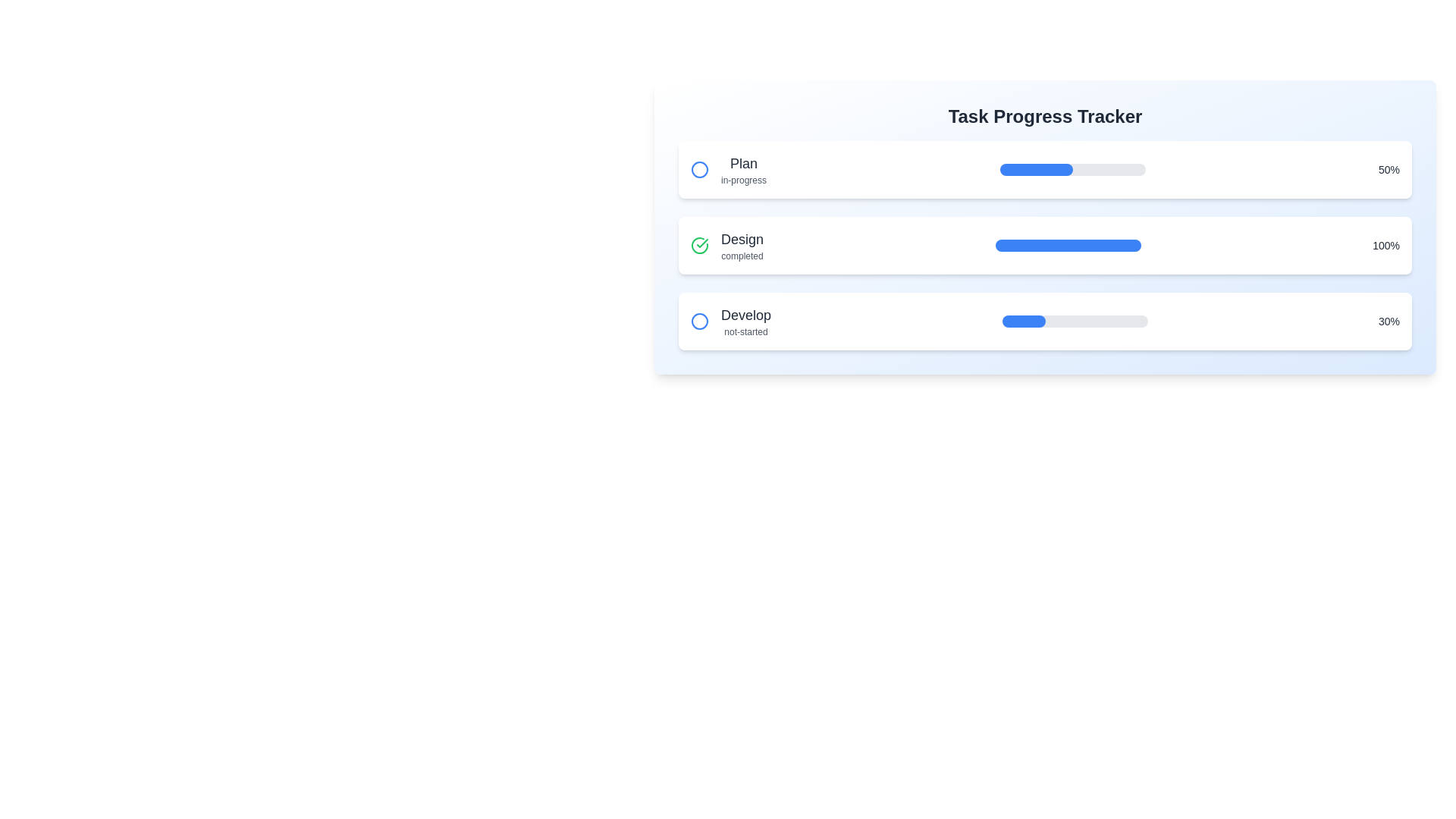  I want to click on the Static Text Label displaying '50%' which indicates a percentage point in a task tracking card, positioned beside a progress bar, so click(1389, 169).